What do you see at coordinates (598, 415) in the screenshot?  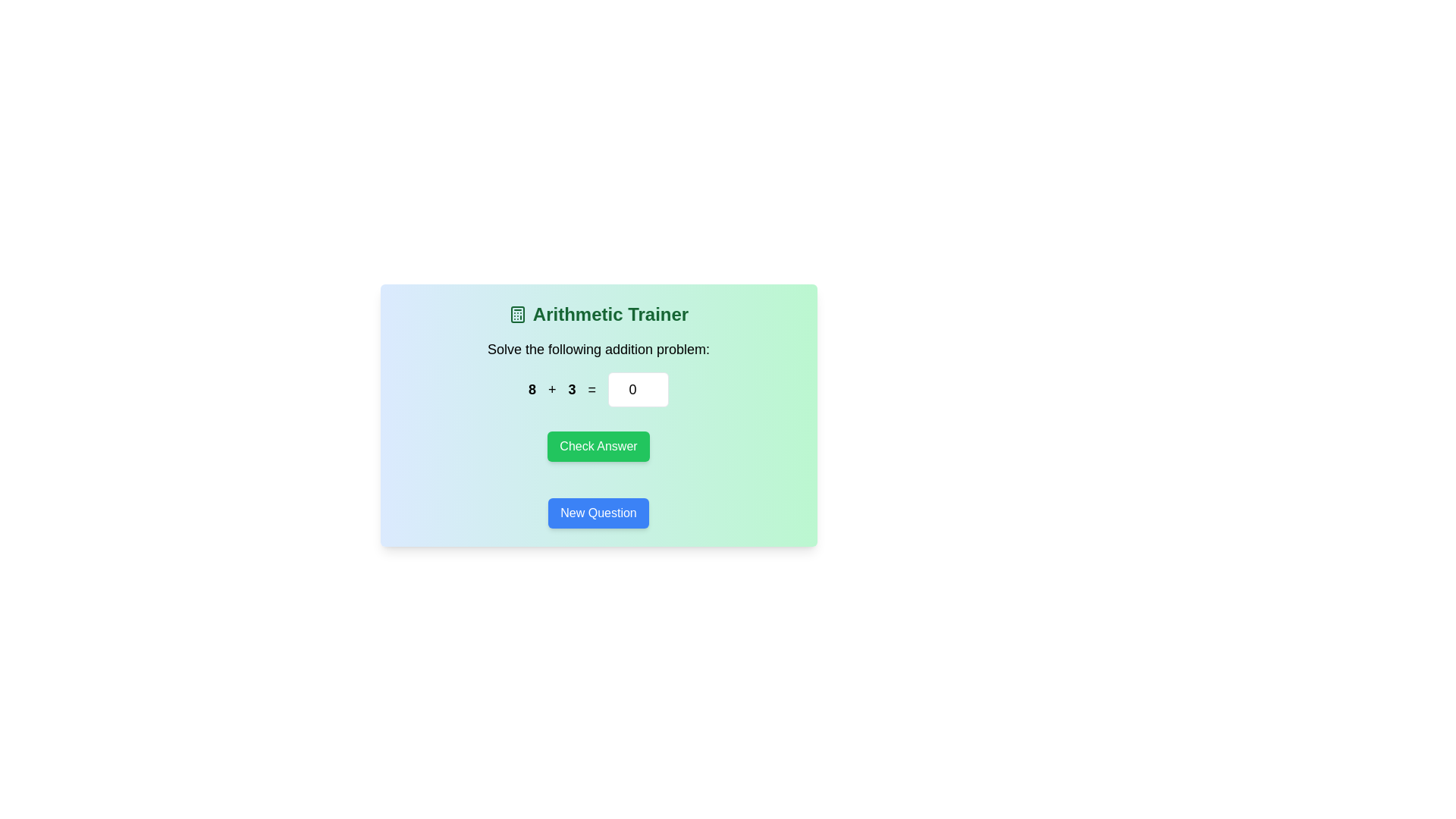 I see `the central interactive panel labeled 'Arithmetic Trainer', which contains a math problem and two buttons for user interaction` at bounding box center [598, 415].